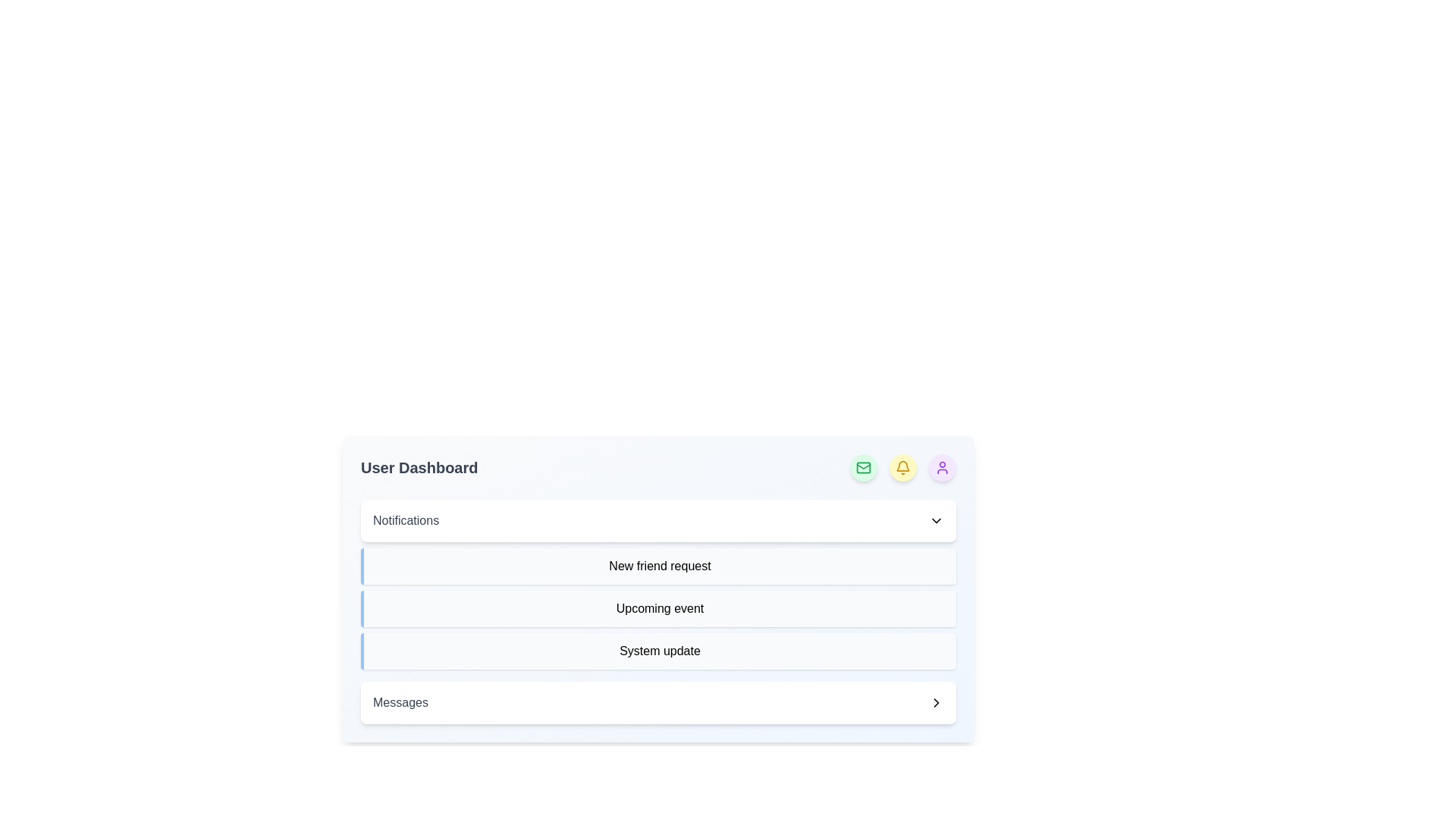 The image size is (1456, 819). I want to click on the notification button with a bell icon located in the top-right area of the user dashboard interface to interact with it, so click(902, 467).